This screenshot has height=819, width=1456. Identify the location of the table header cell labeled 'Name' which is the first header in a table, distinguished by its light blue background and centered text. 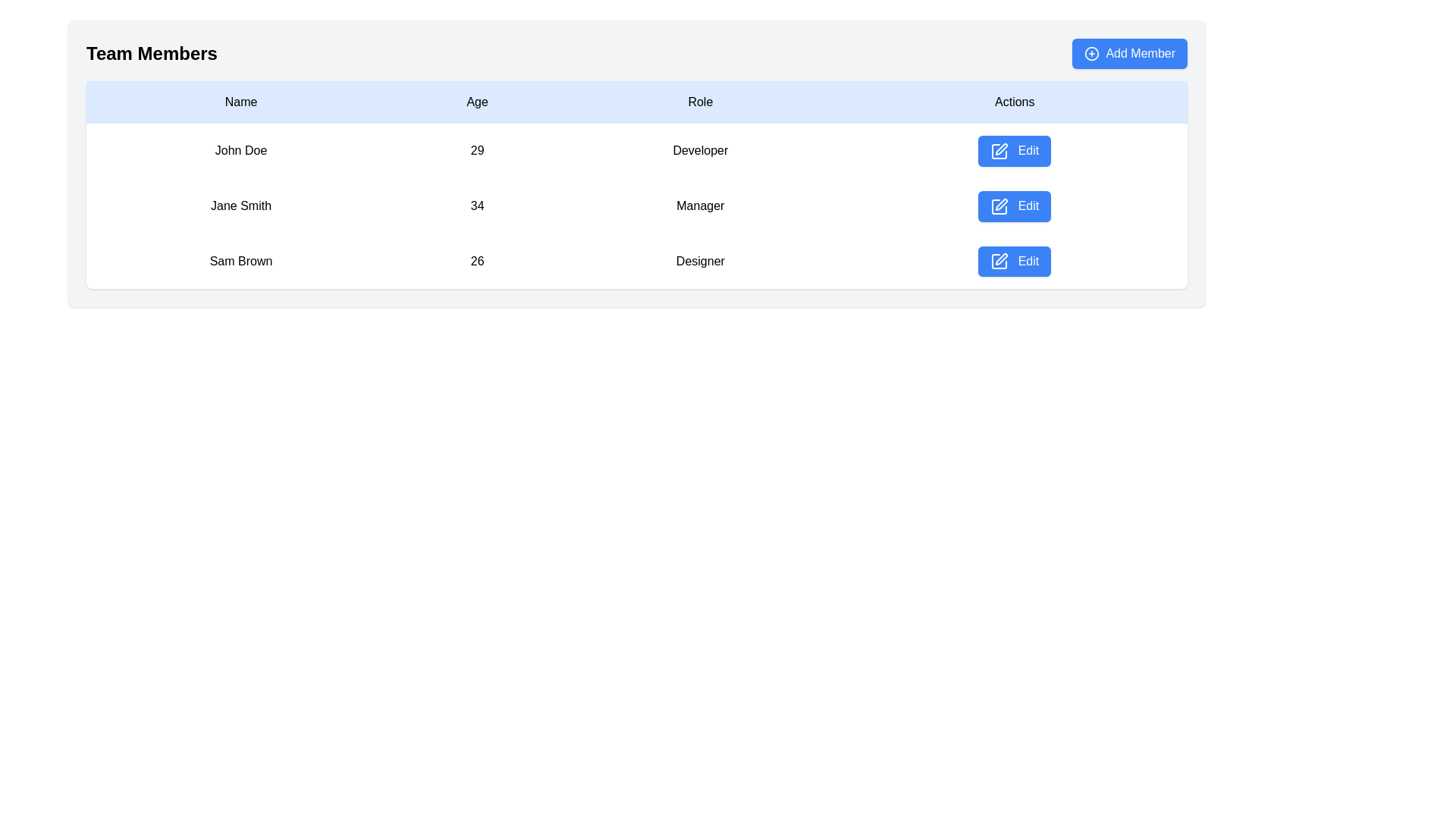
(240, 102).